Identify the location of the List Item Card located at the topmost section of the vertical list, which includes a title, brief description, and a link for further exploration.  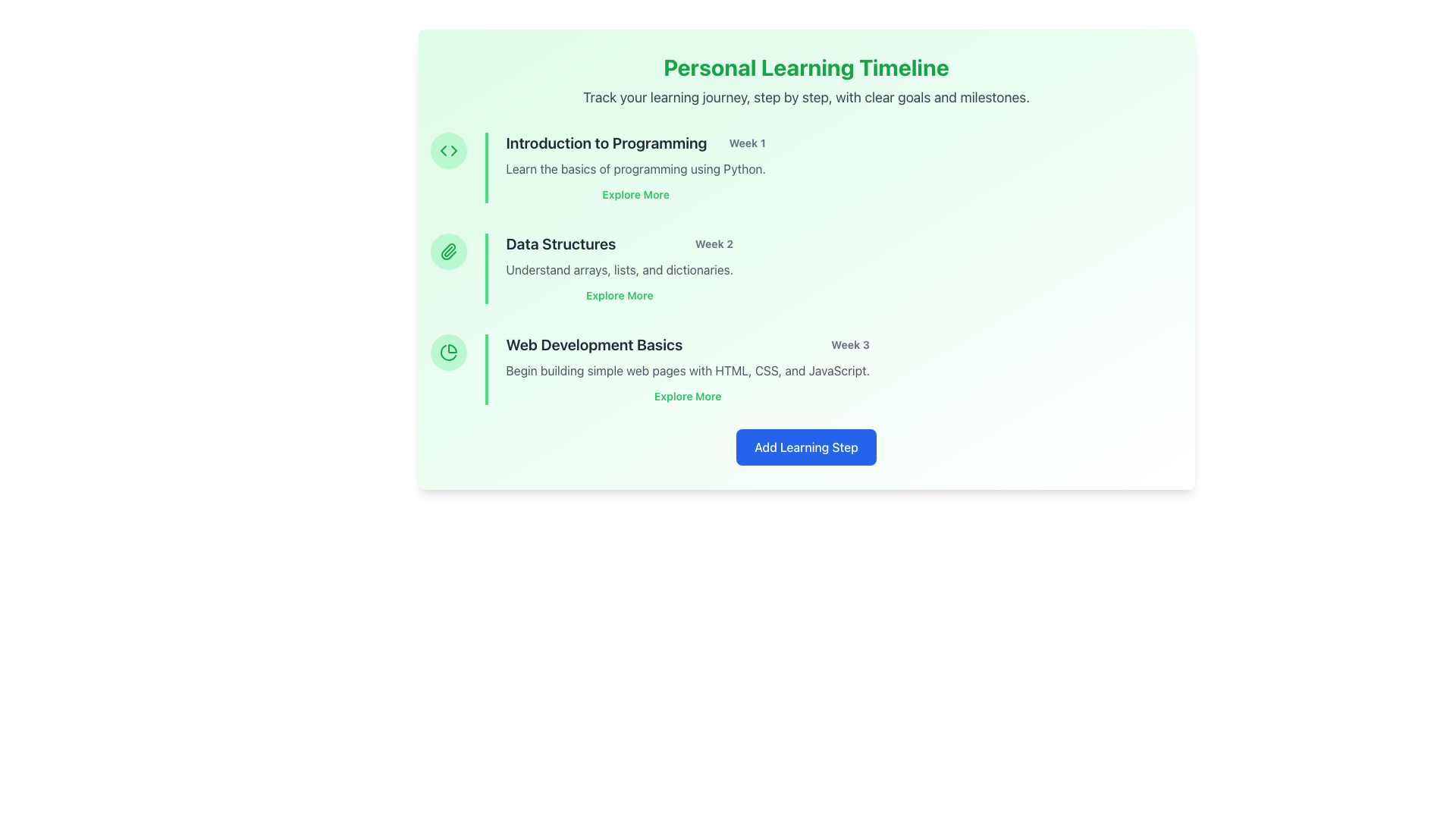
(625, 168).